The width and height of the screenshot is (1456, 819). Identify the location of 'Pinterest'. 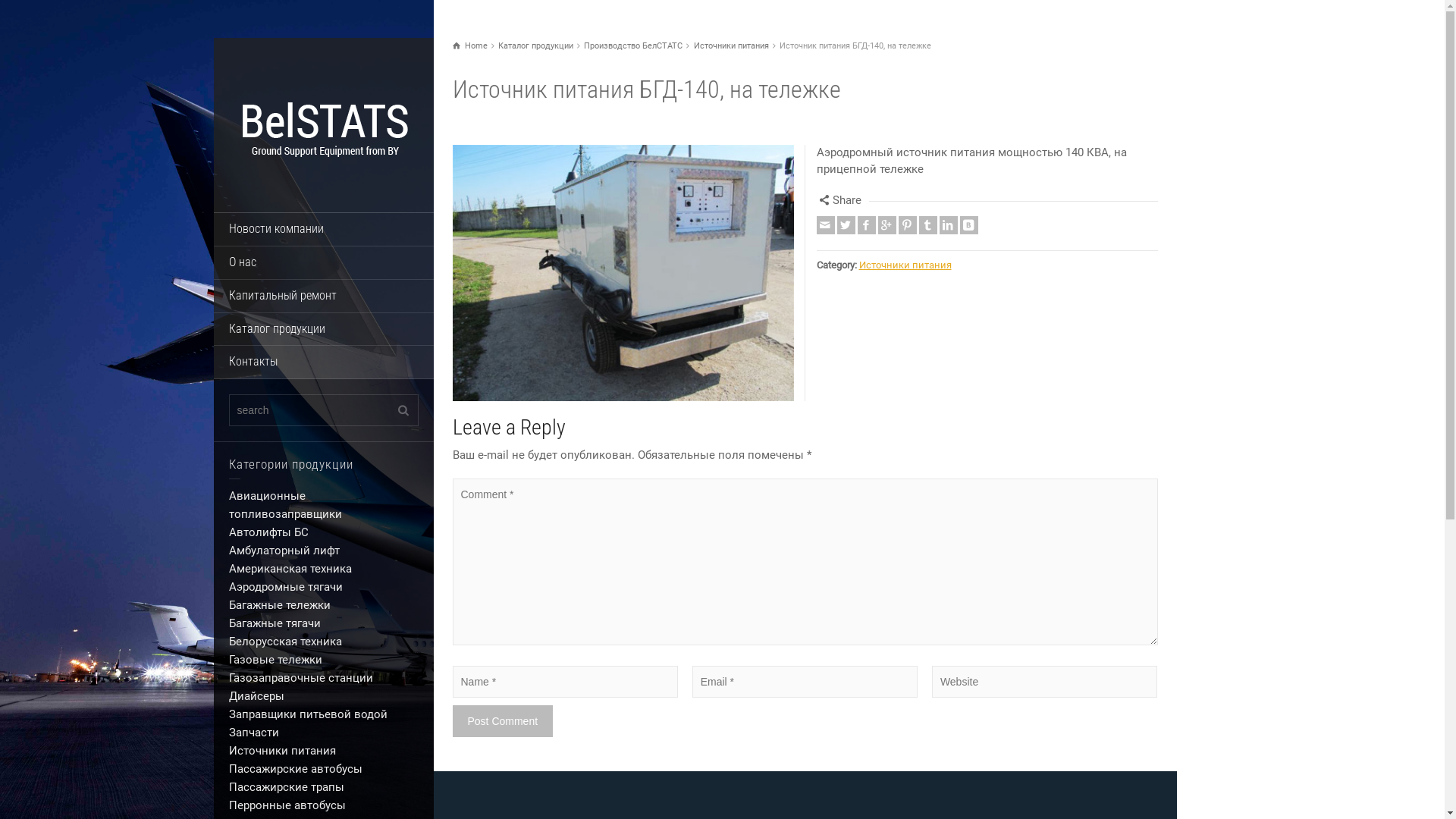
(906, 225).